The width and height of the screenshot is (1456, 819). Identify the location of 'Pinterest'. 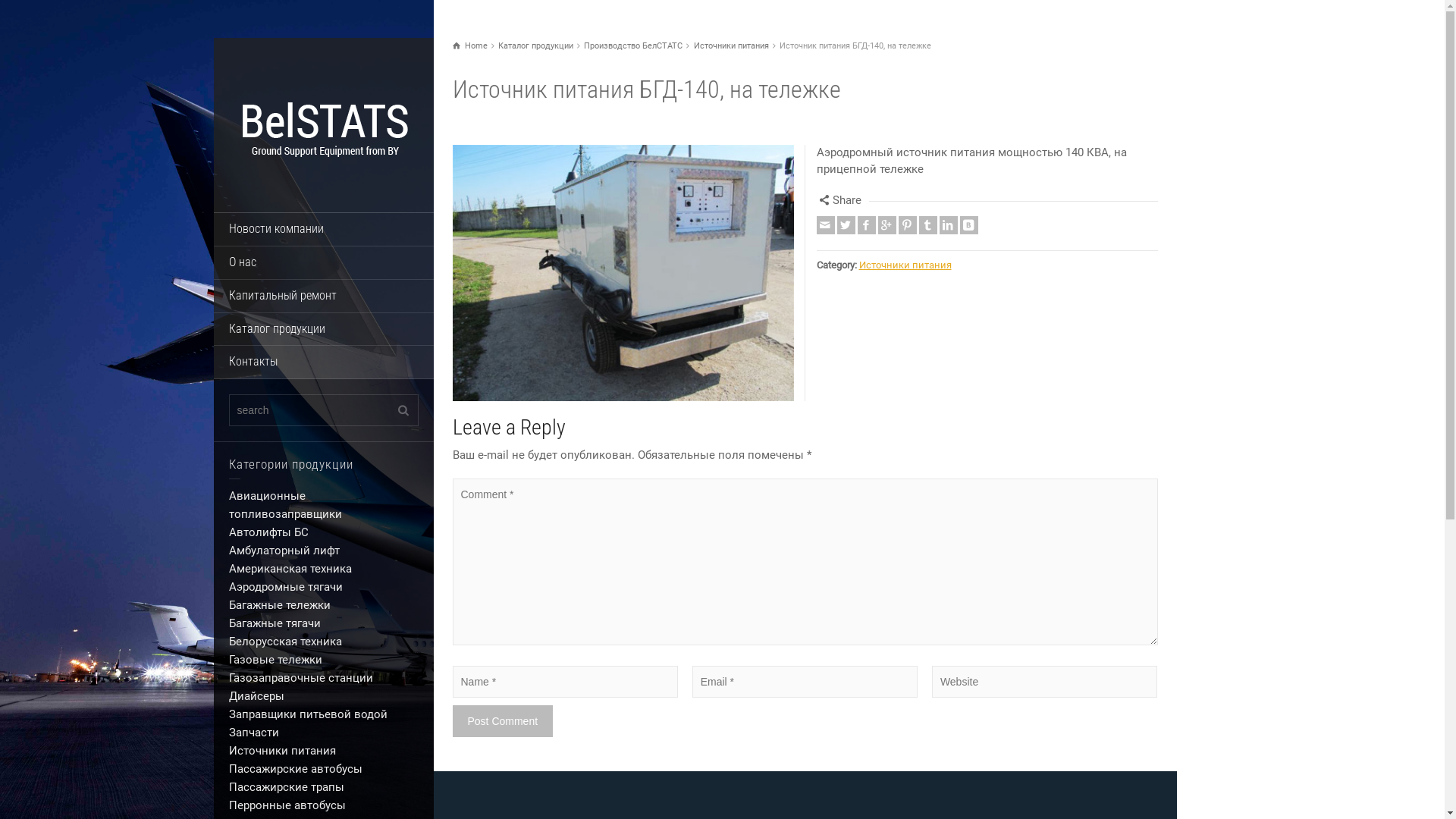
(906, 225).